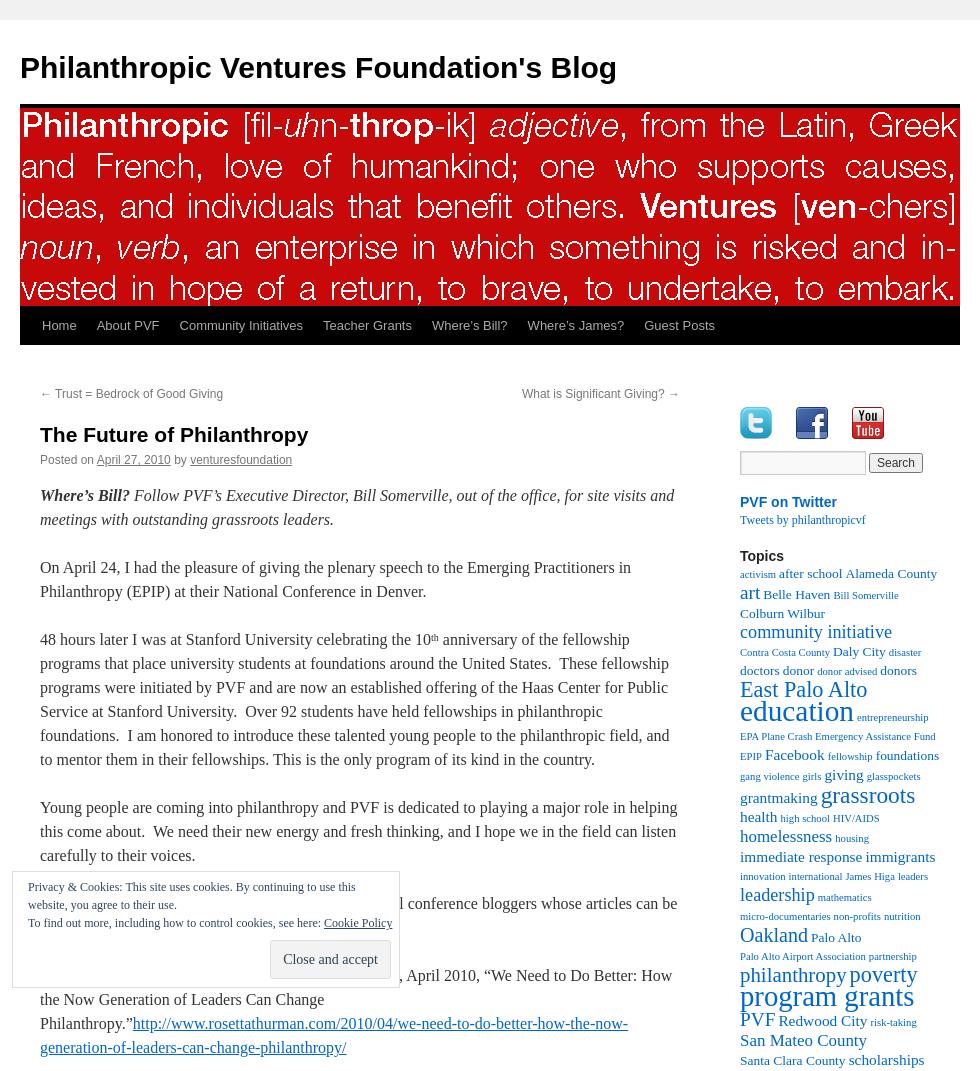  I want to click on 'PVF', so click(757, 1019).